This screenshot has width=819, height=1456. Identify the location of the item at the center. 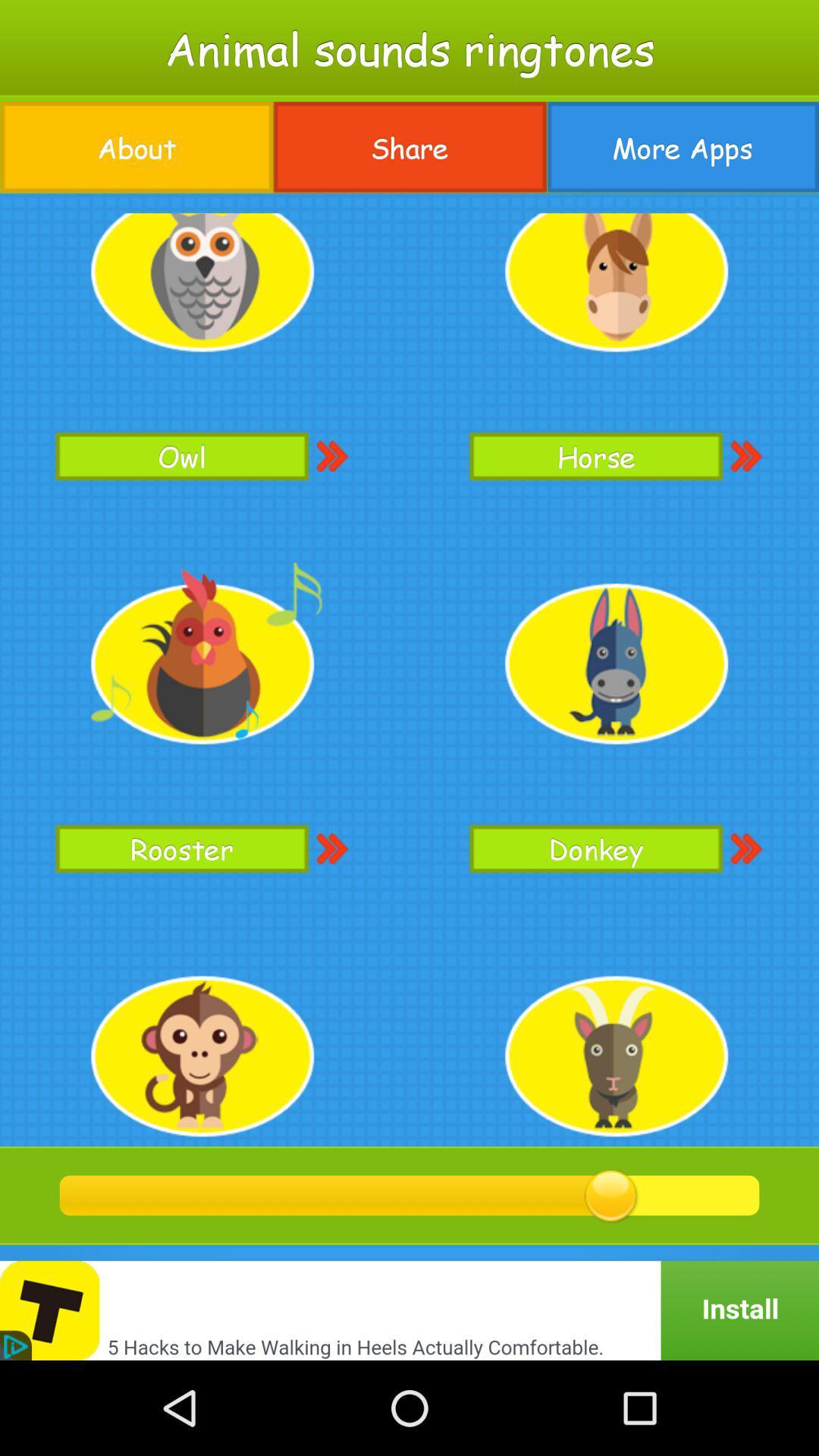
(409, 669).